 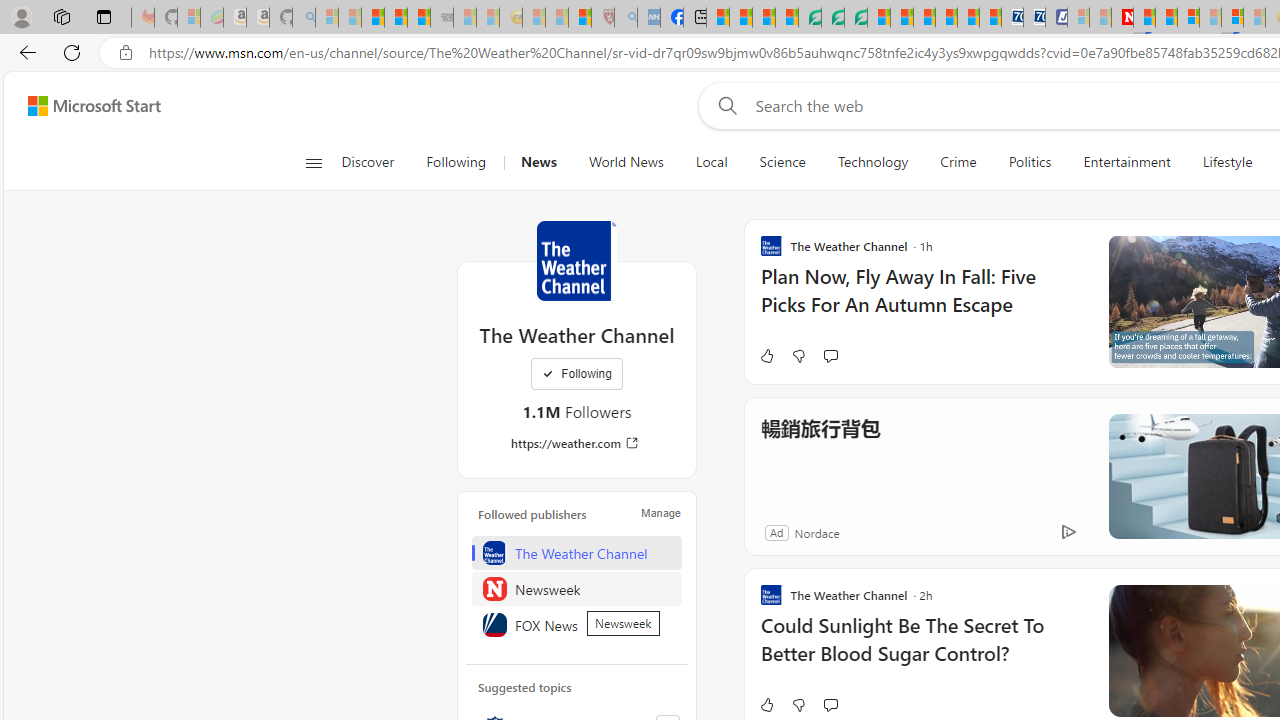 I want to click on 'Plan Now, Fly Away In Fall: Five Picks For An Autumn Escape', so click(x=921, y=300).